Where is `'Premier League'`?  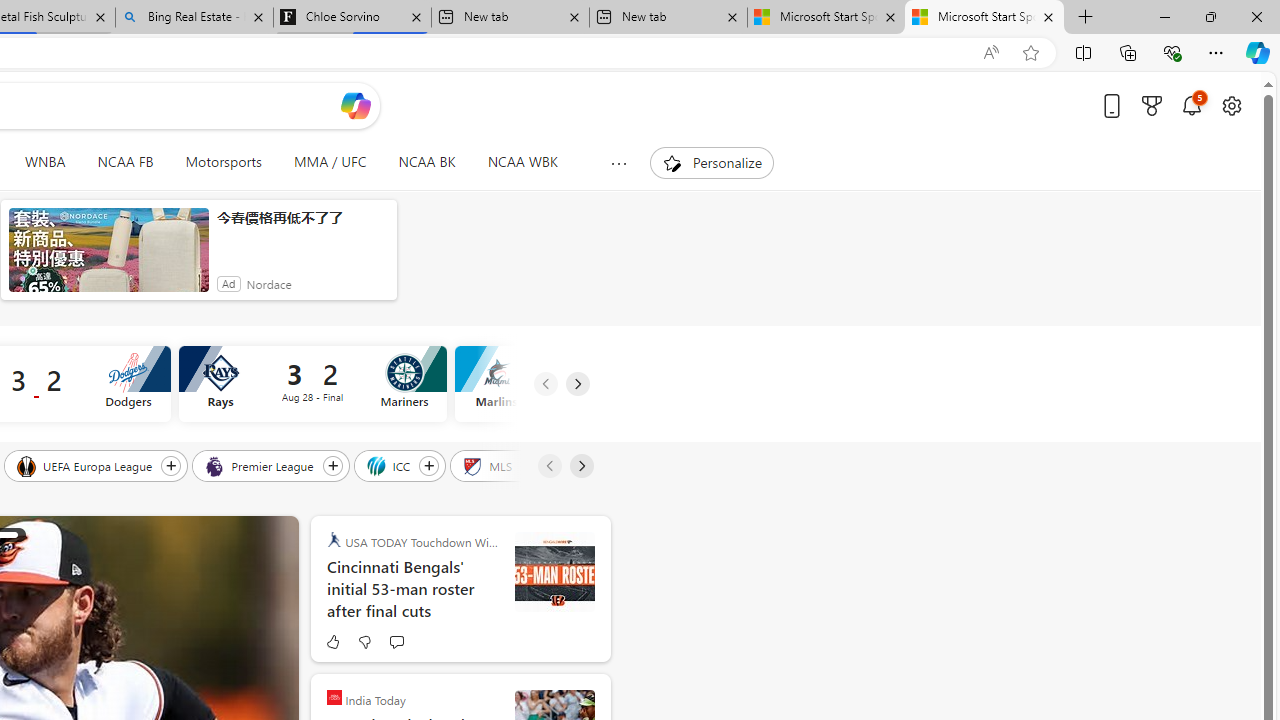
'Premier League' is located at coordinates (260, 465).